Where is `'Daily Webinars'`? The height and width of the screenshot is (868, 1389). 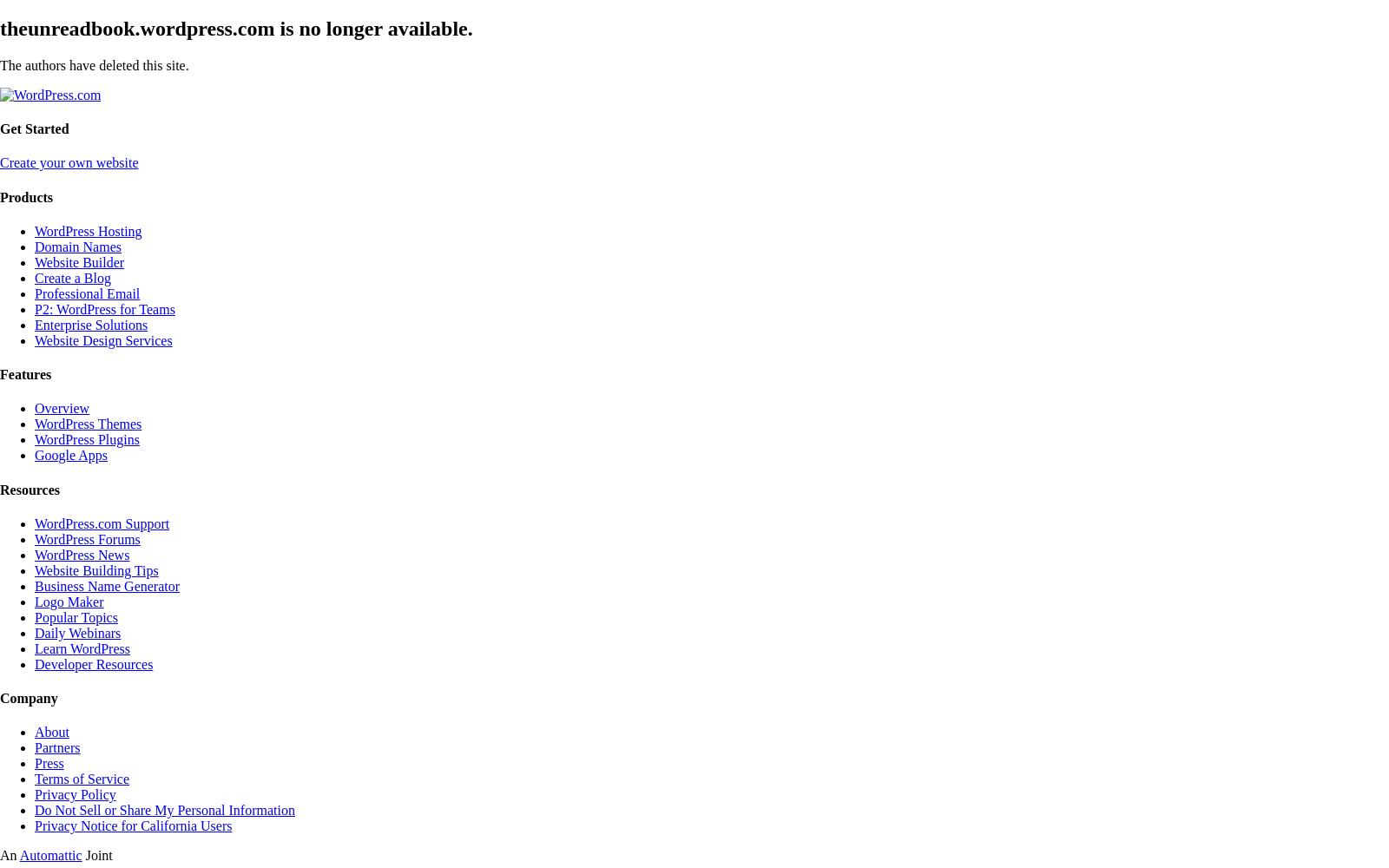 'Daily Webinars' is located at coordinates (76, 631).